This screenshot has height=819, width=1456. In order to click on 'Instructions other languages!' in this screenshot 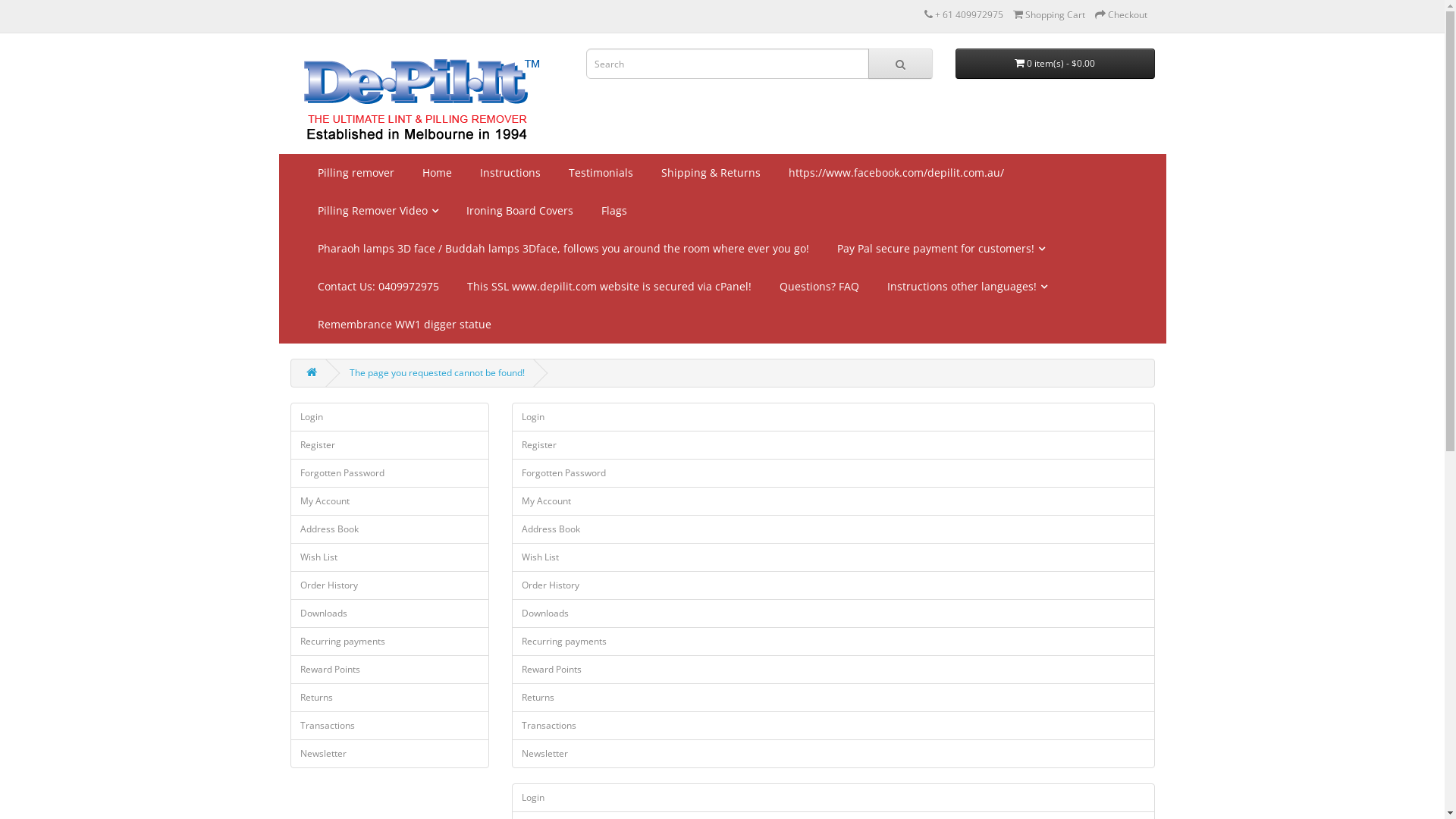, I will do `click(870, 287)`.